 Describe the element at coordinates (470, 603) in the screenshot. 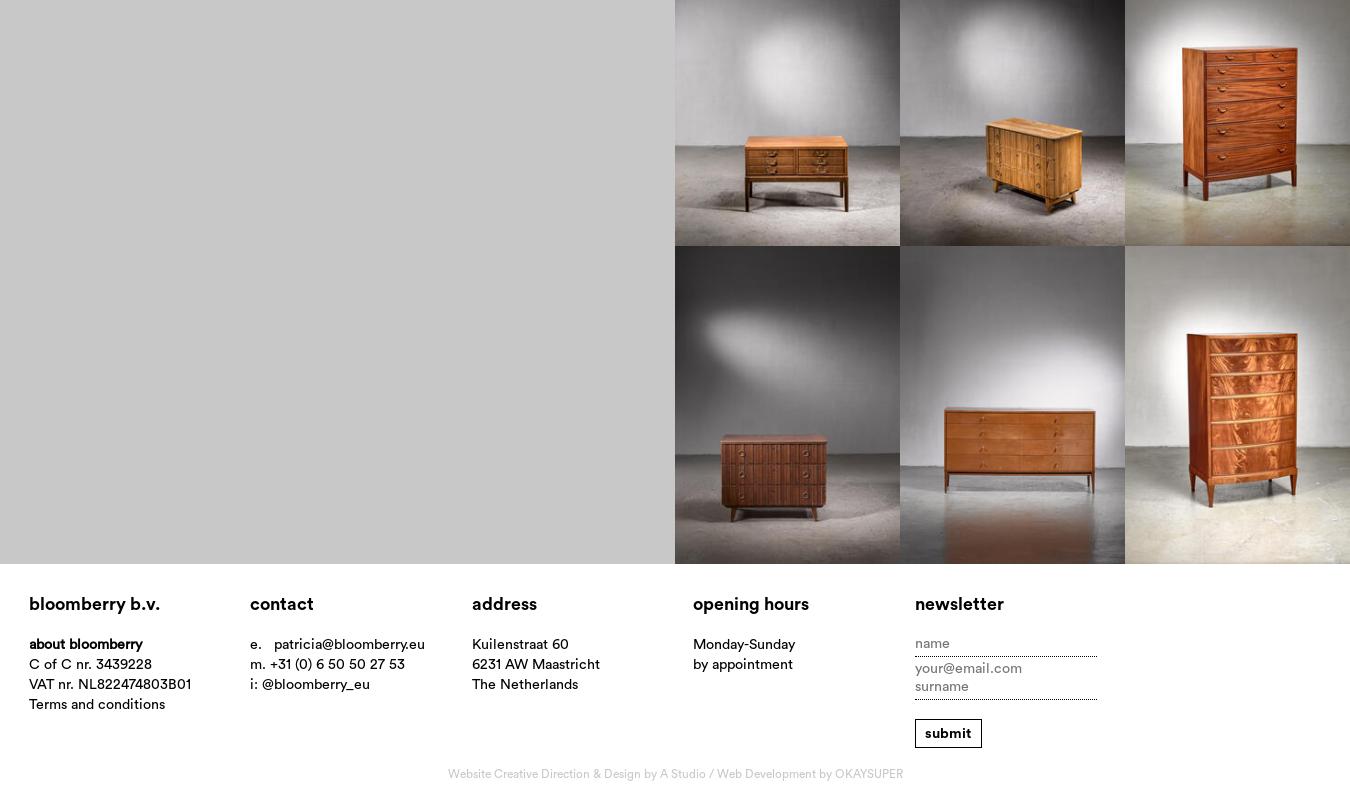

I see `'Address'` at that location.